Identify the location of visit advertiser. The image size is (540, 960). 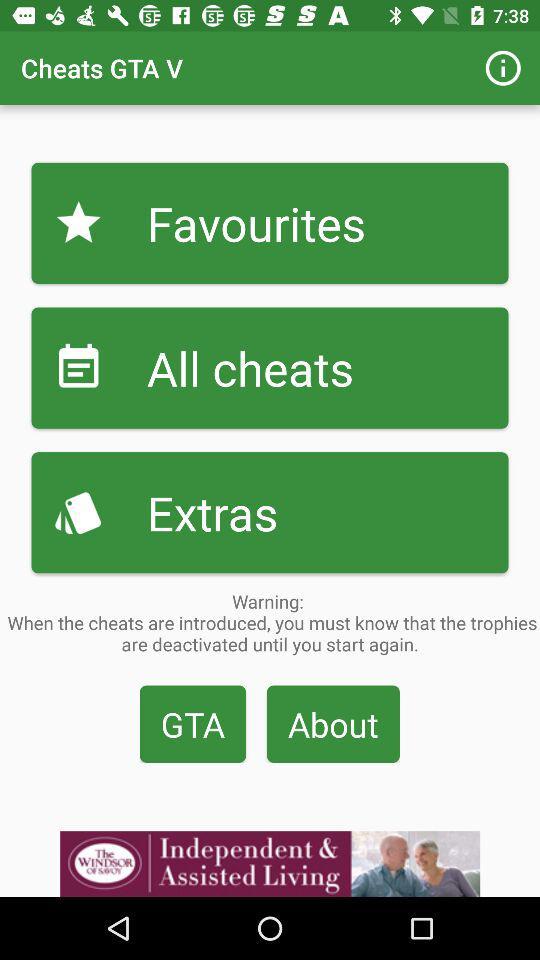
(270, 863).